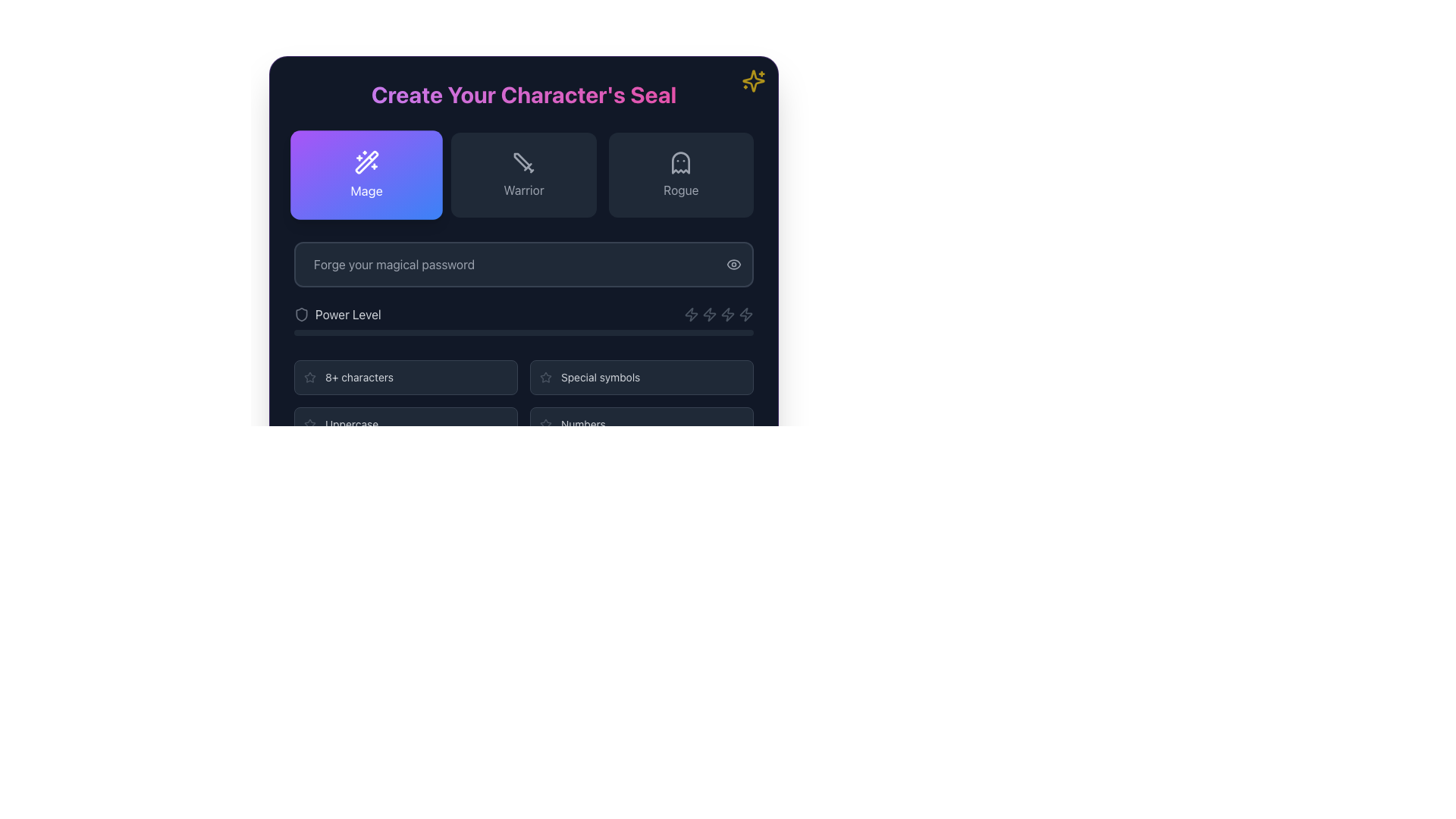  Describe the element at coordinates (524, 163) in the screenshot. I see `the 'warrior' icon in the character selection interface, which is centered below the 'Warrior' text label and above the bottom boundary of the button` at that location.